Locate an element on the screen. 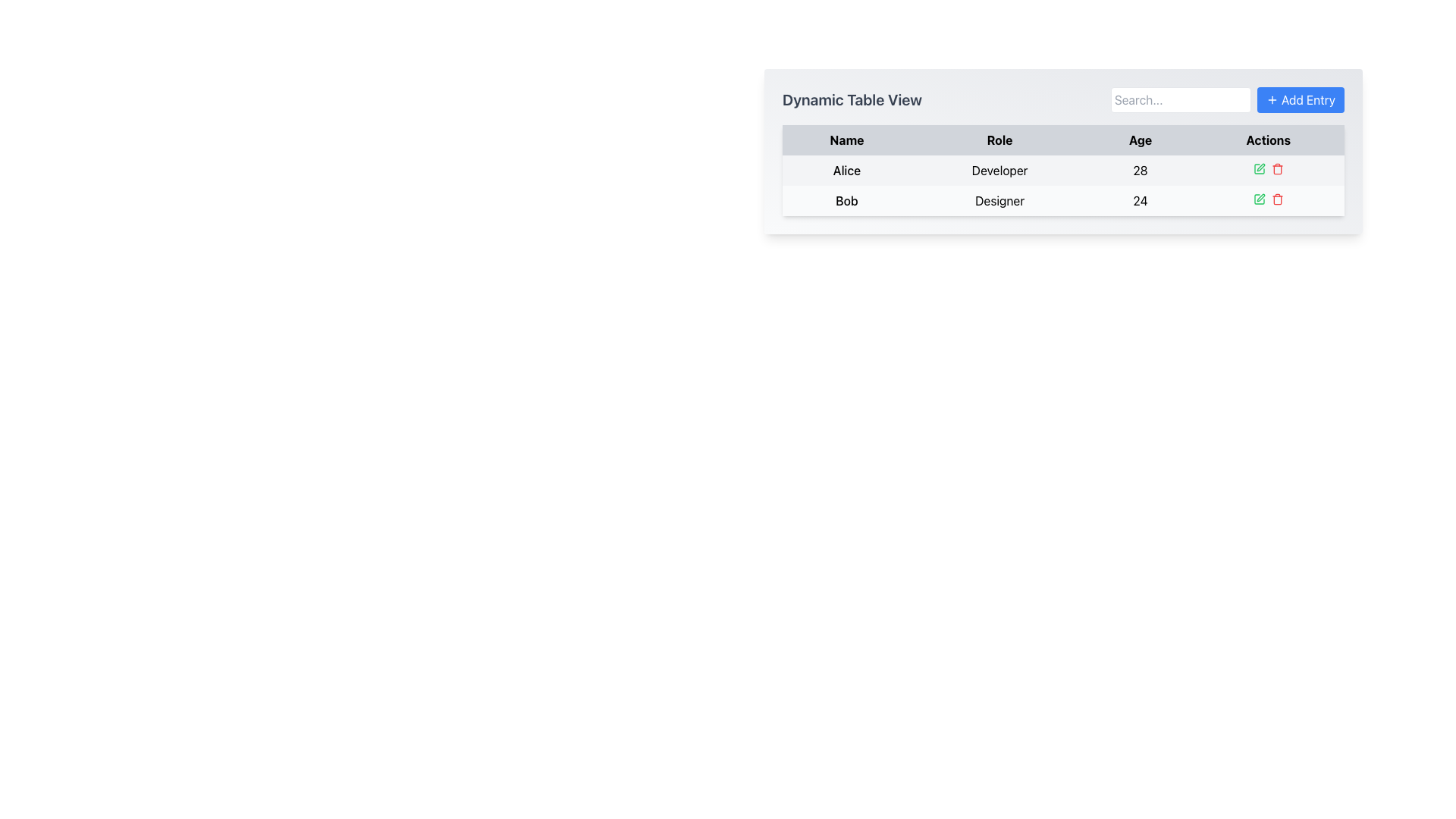  the 'Age' label, which is the third header in a tabular layout, located between 'Role' and 'Actions' is located at coordinates (1141, 140).